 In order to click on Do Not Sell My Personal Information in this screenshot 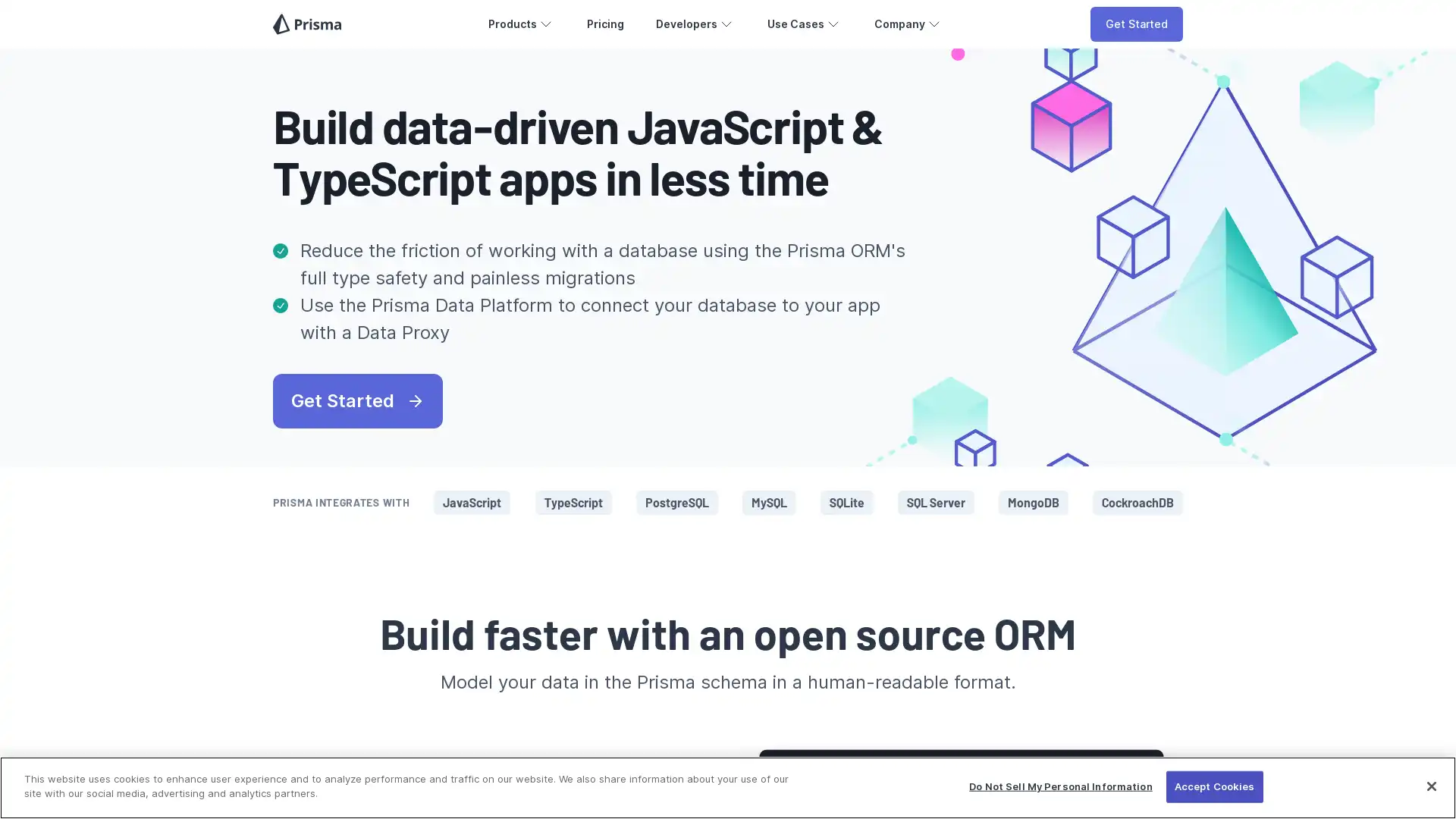, I will do `click(1059, 786)`.